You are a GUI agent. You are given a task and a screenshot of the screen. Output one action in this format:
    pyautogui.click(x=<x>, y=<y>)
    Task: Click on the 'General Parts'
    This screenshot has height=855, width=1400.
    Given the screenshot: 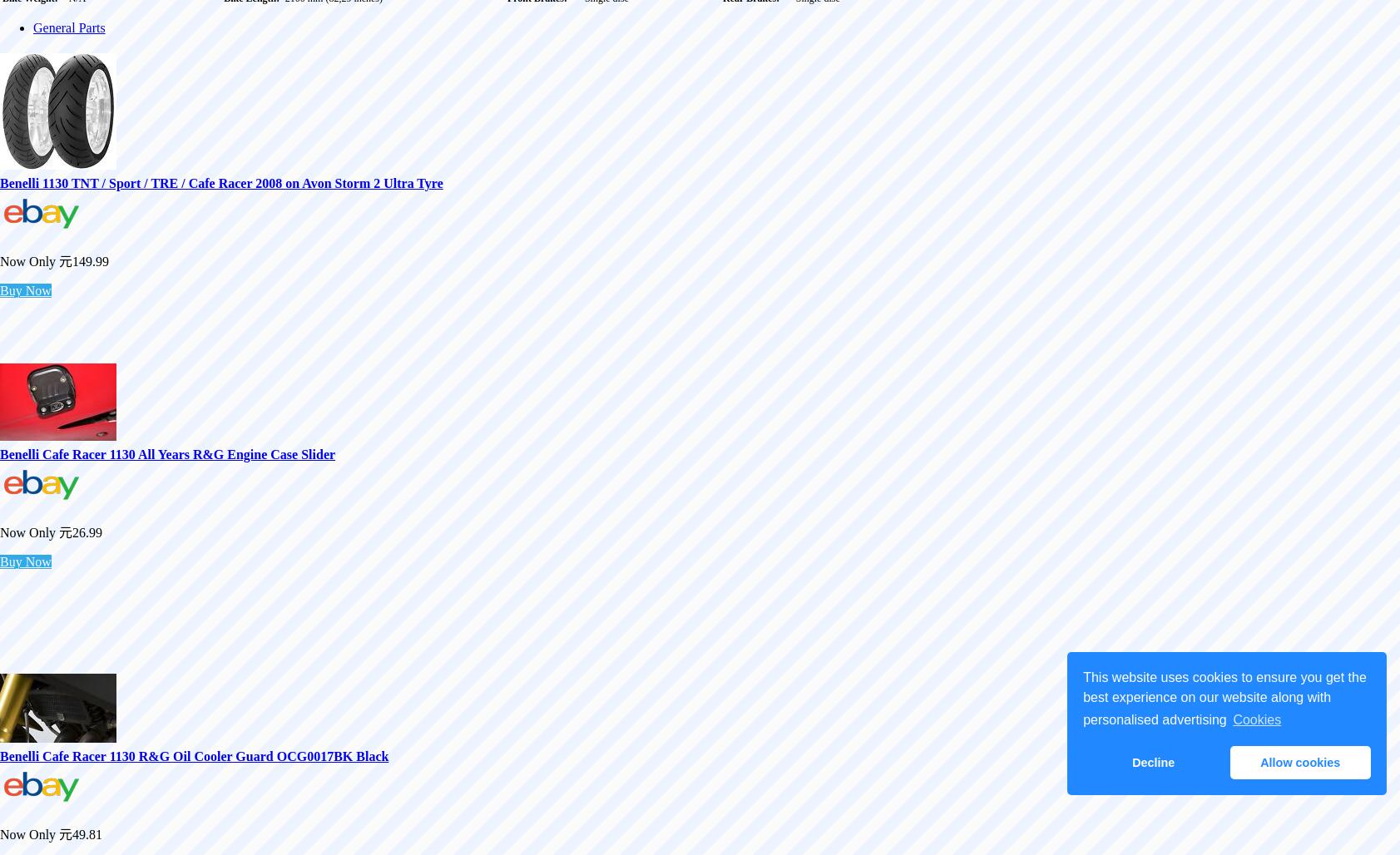 What is the action you would take?
    pyautogui.click(x=67, y=27)
    